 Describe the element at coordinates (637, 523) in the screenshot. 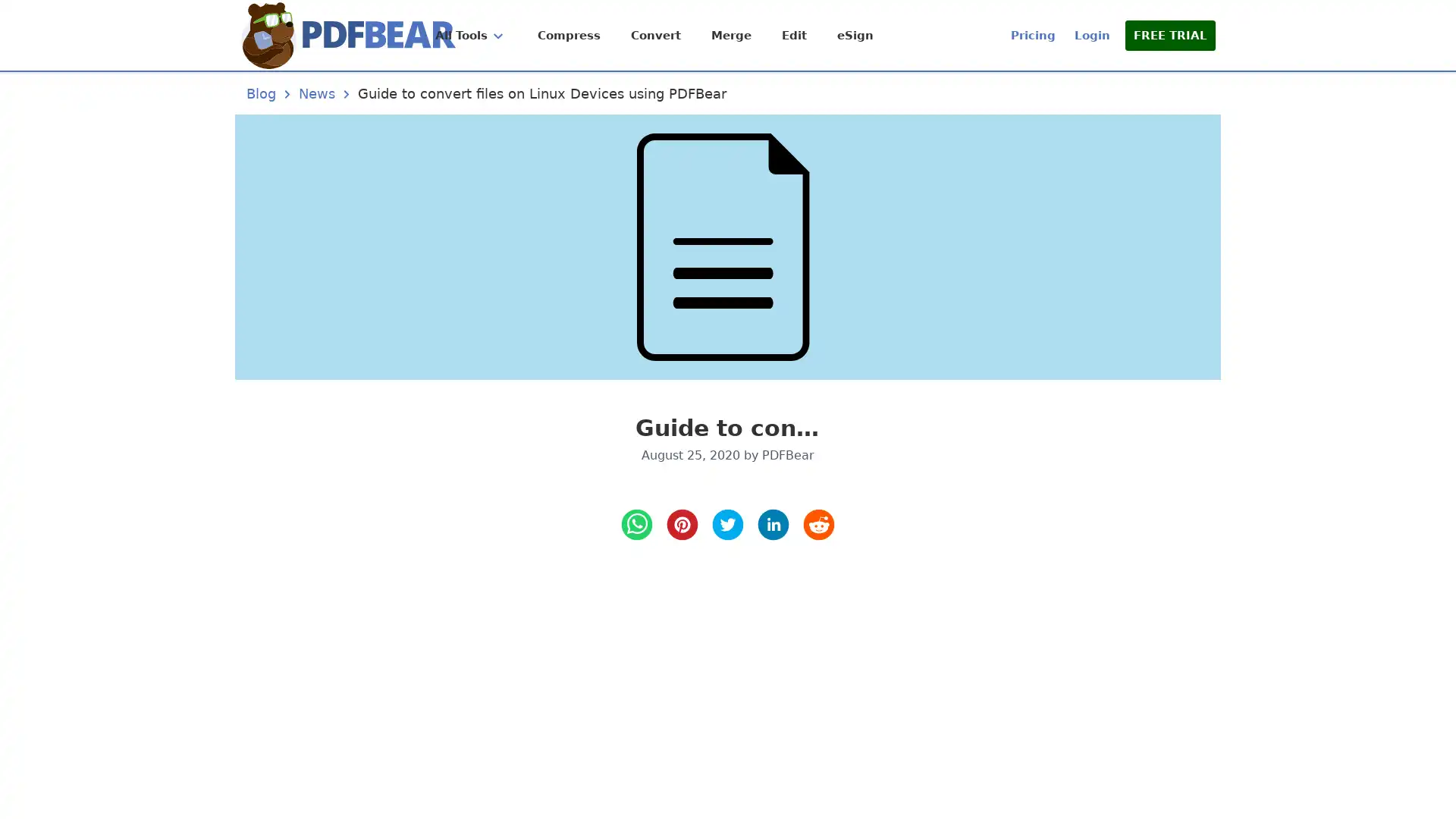

I see `Whatsapp` at that location.